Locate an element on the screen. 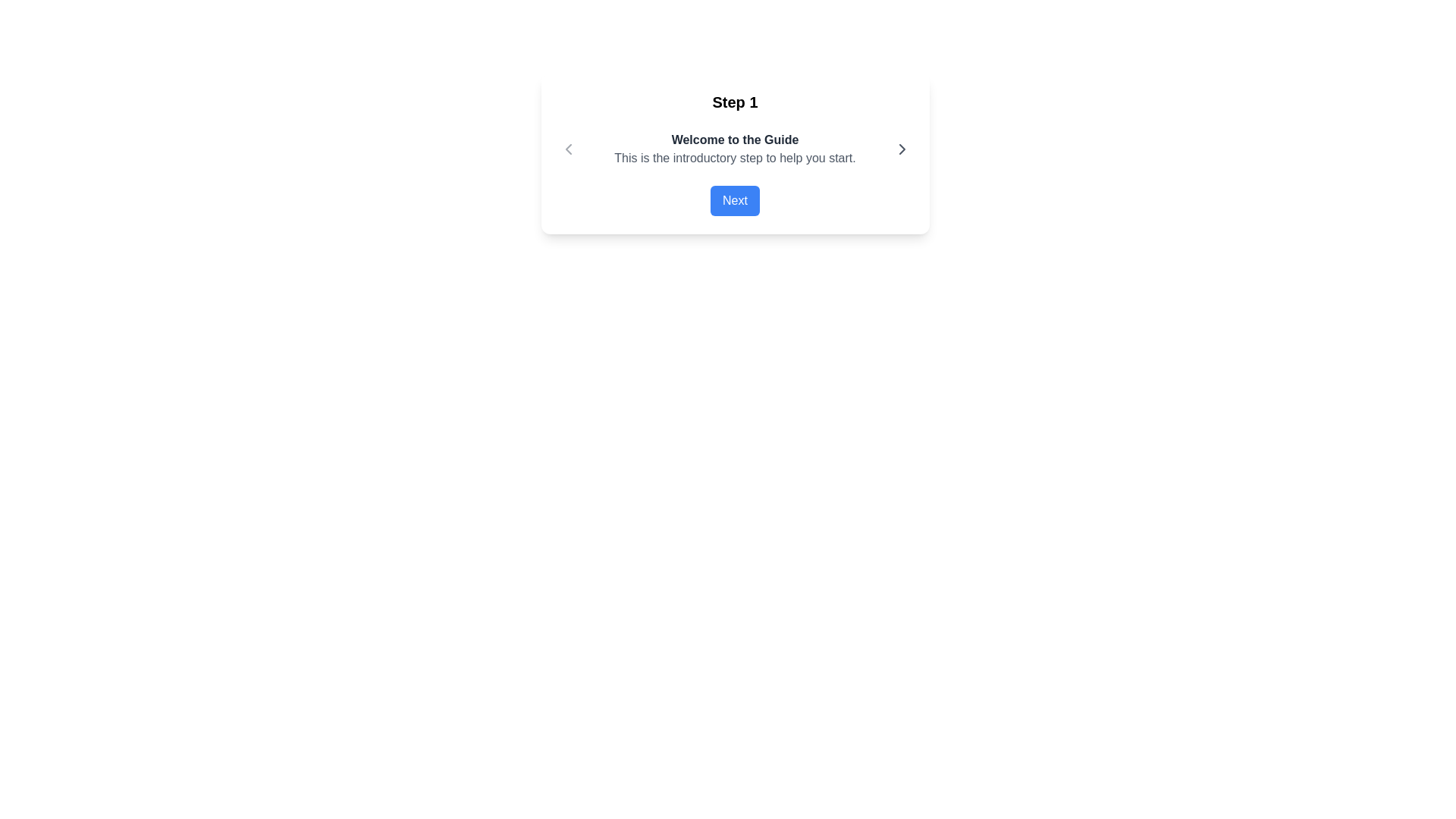 The height and width of the screenshot is (819, 1456). the text paragraph element that contains the content 'This is the introductory step to help you start.' which is styled in gray and located directly below 'Welcome to the Guide' is located at coordinates (735, 158).